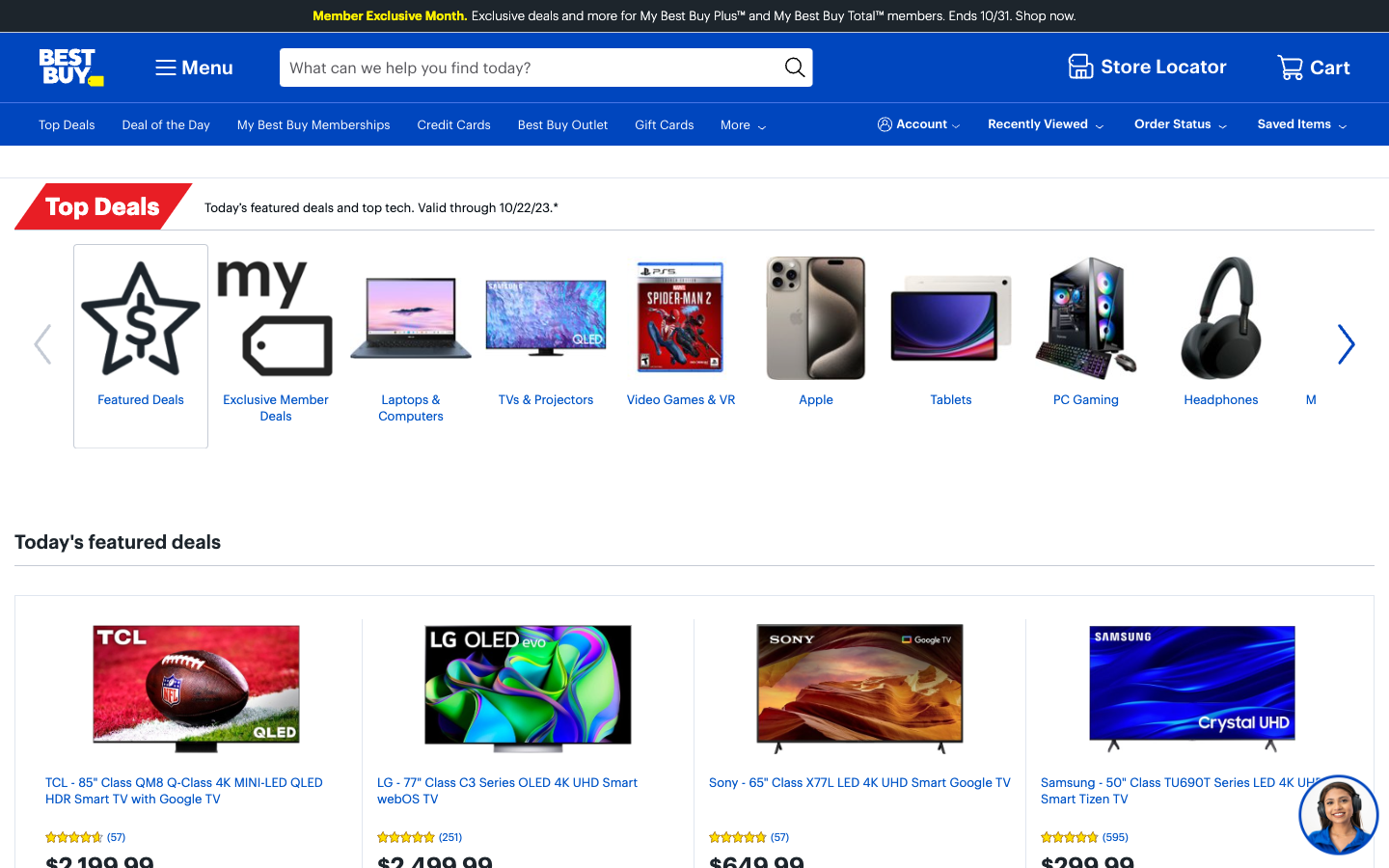 The image size is (1389, 868). What do you see at coordinates (196, 688) in the screenshot?
I see `Go to the Today"s featured deals area and click on the top deal` at bounding box center [196, 688].